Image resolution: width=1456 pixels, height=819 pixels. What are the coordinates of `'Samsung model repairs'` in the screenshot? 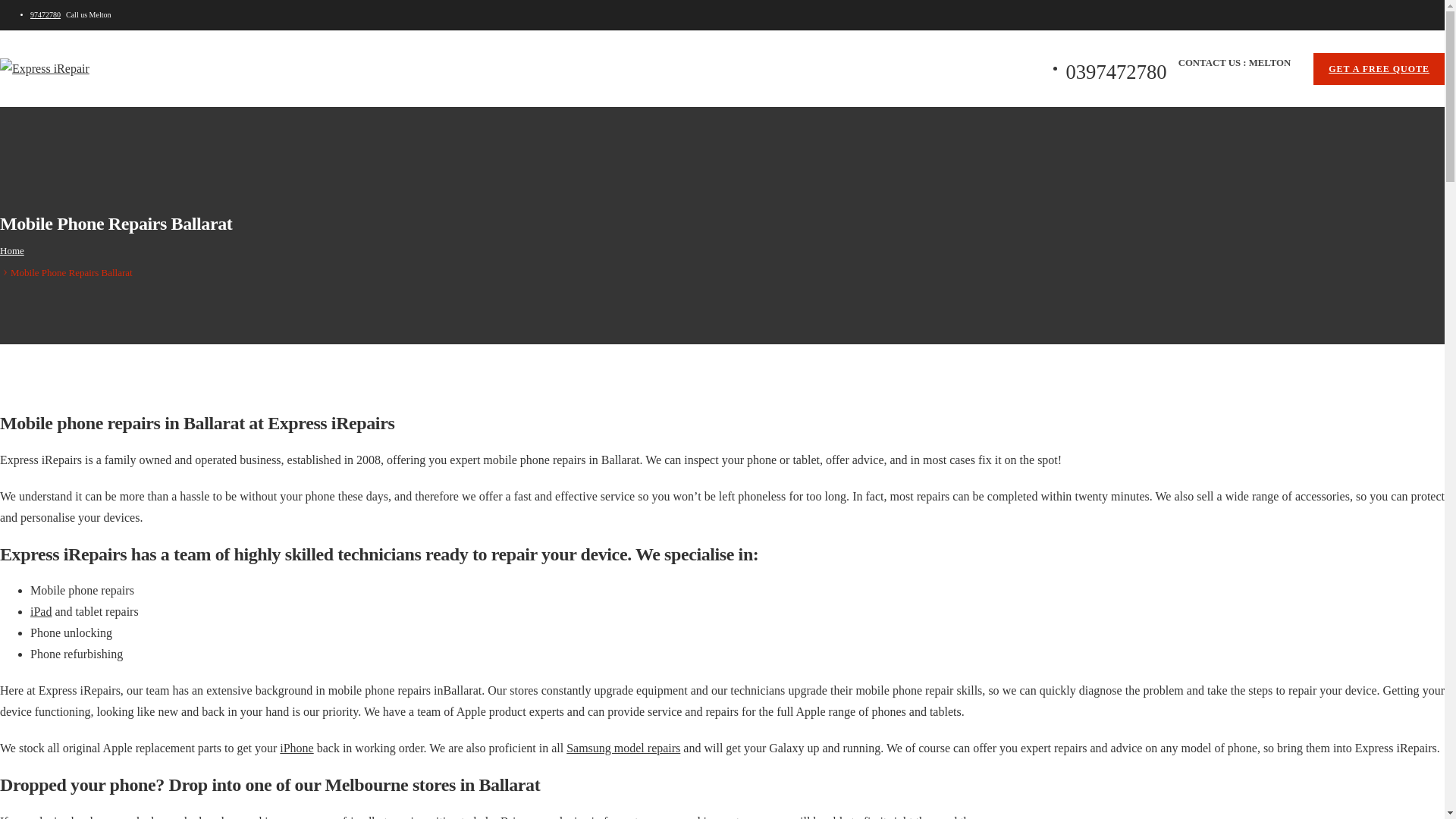 It's located at (623, 747).